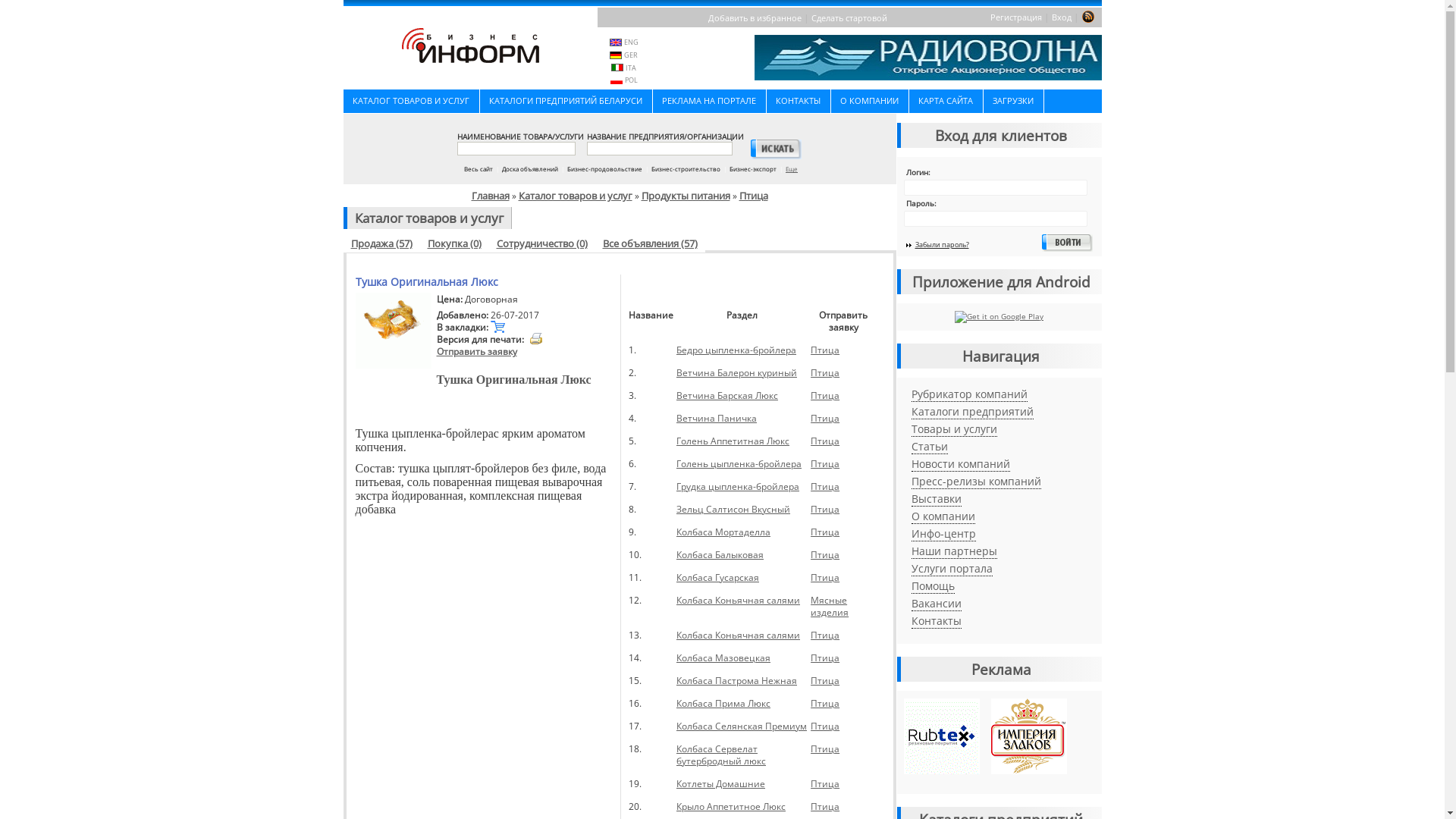  Describe the element at coordinates (631, 80) in the screenshot. I see `'POL'` at that location.